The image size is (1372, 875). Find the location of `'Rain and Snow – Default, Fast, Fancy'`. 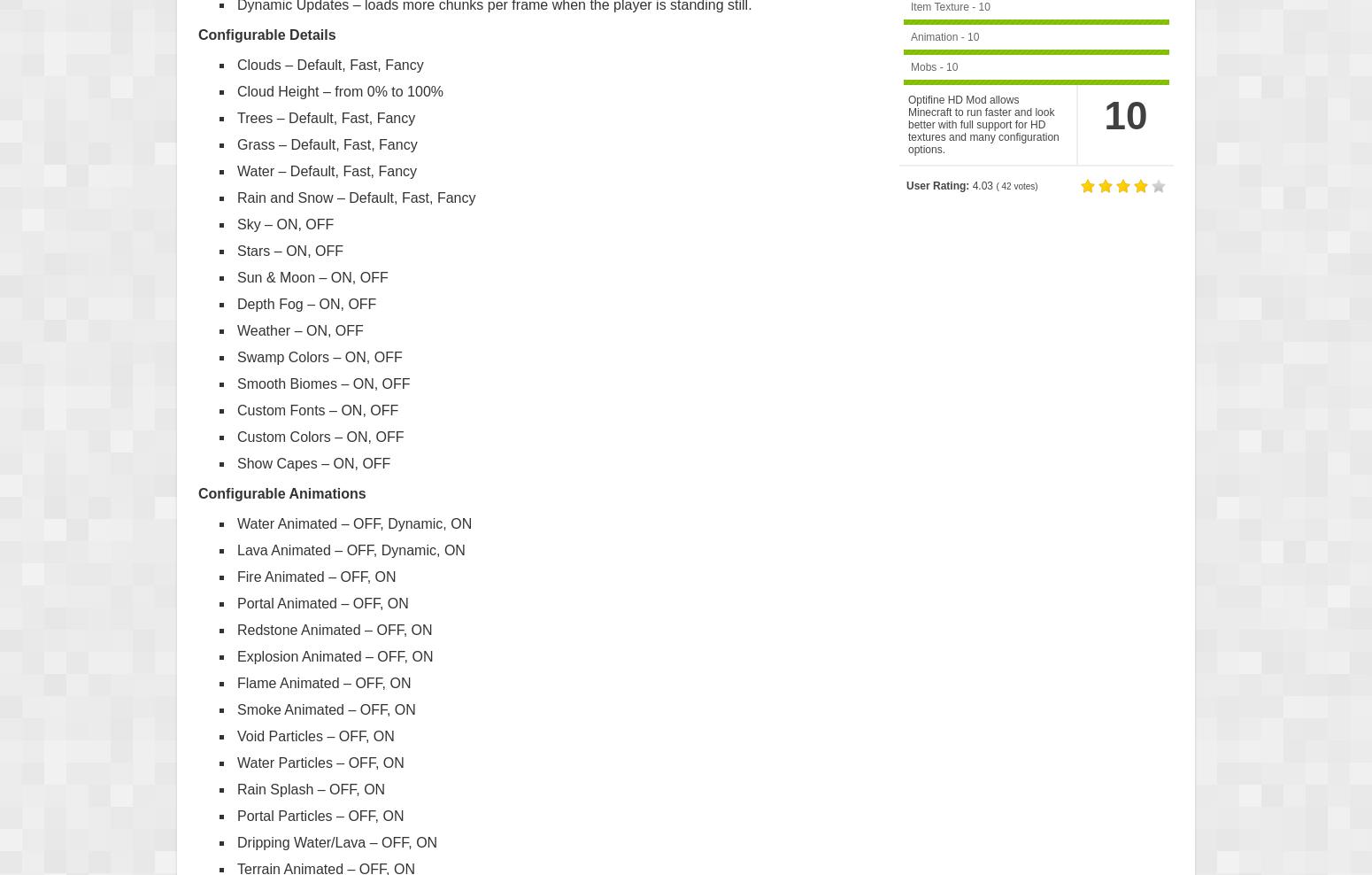

'Rain and Snow – Default, Fast, Fancy' is located at coordinates (356, 197).